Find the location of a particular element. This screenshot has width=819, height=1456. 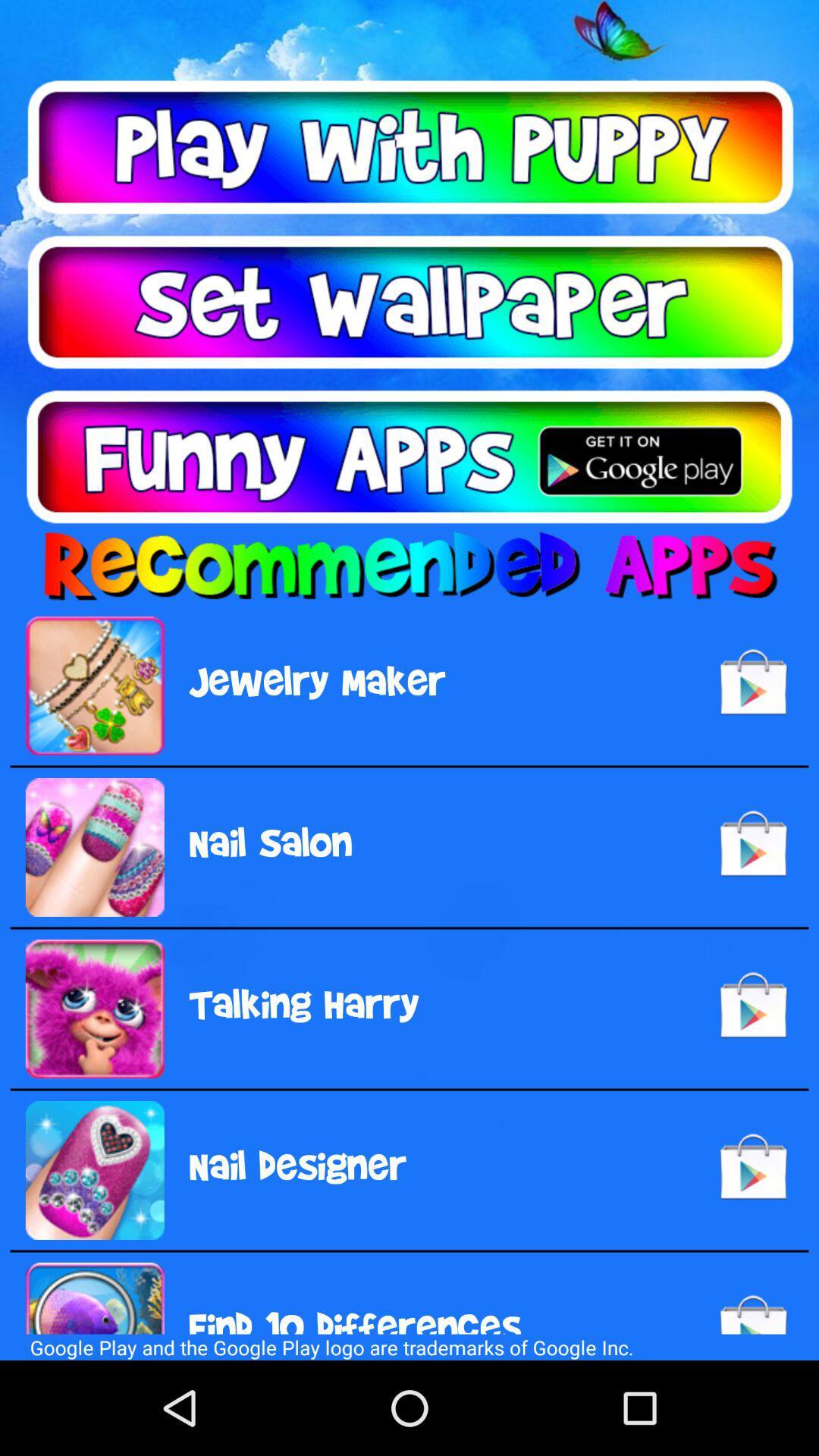

download an app from googleplay is located at coordinates (409, 456).